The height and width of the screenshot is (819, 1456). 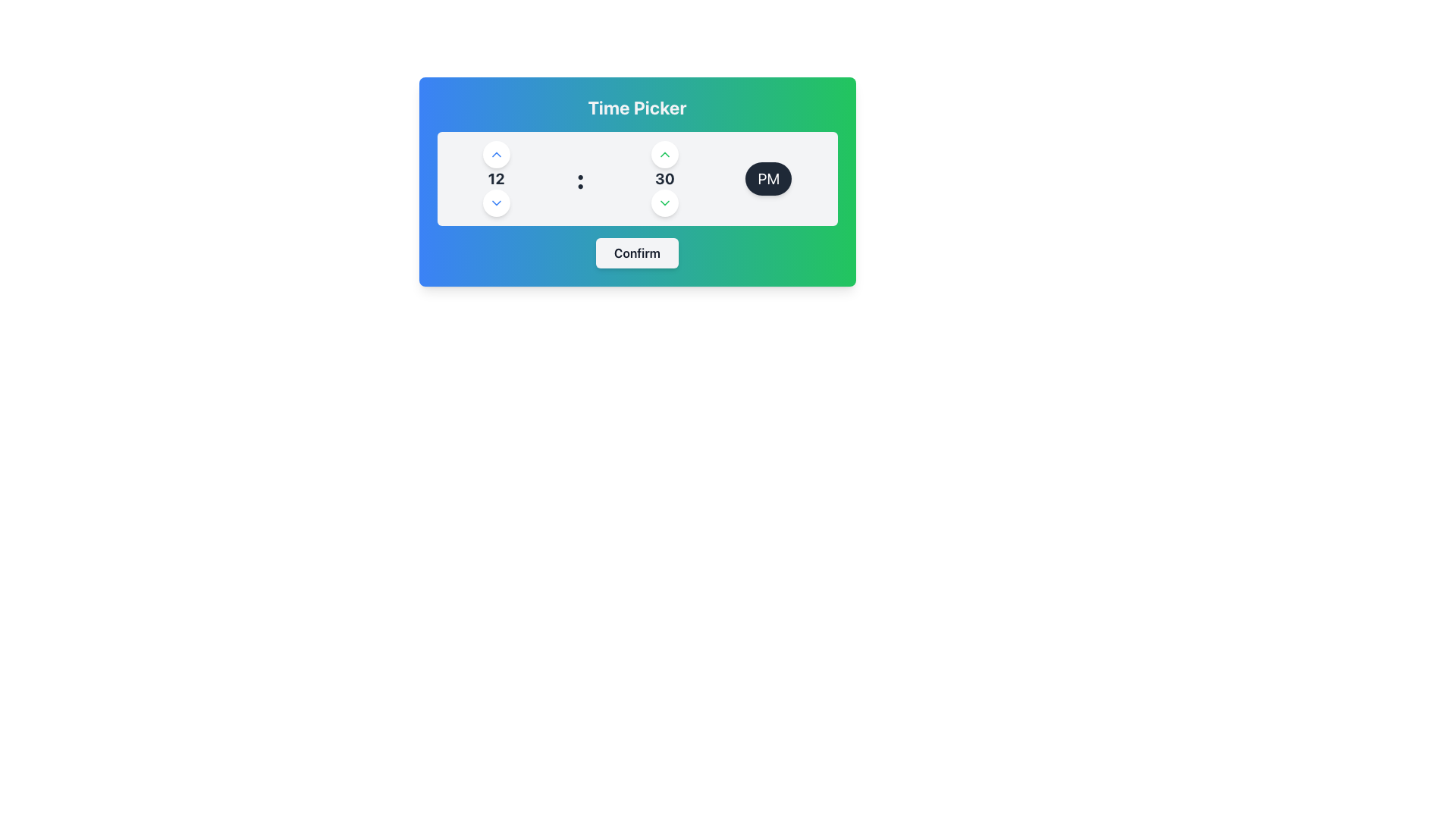 What do you see at coordinates (496, 202) in the screenshot?
I see `the Chevron icon within the circular button located below the '12' time selector in the time picker interface` at bounding box center [496, 202].